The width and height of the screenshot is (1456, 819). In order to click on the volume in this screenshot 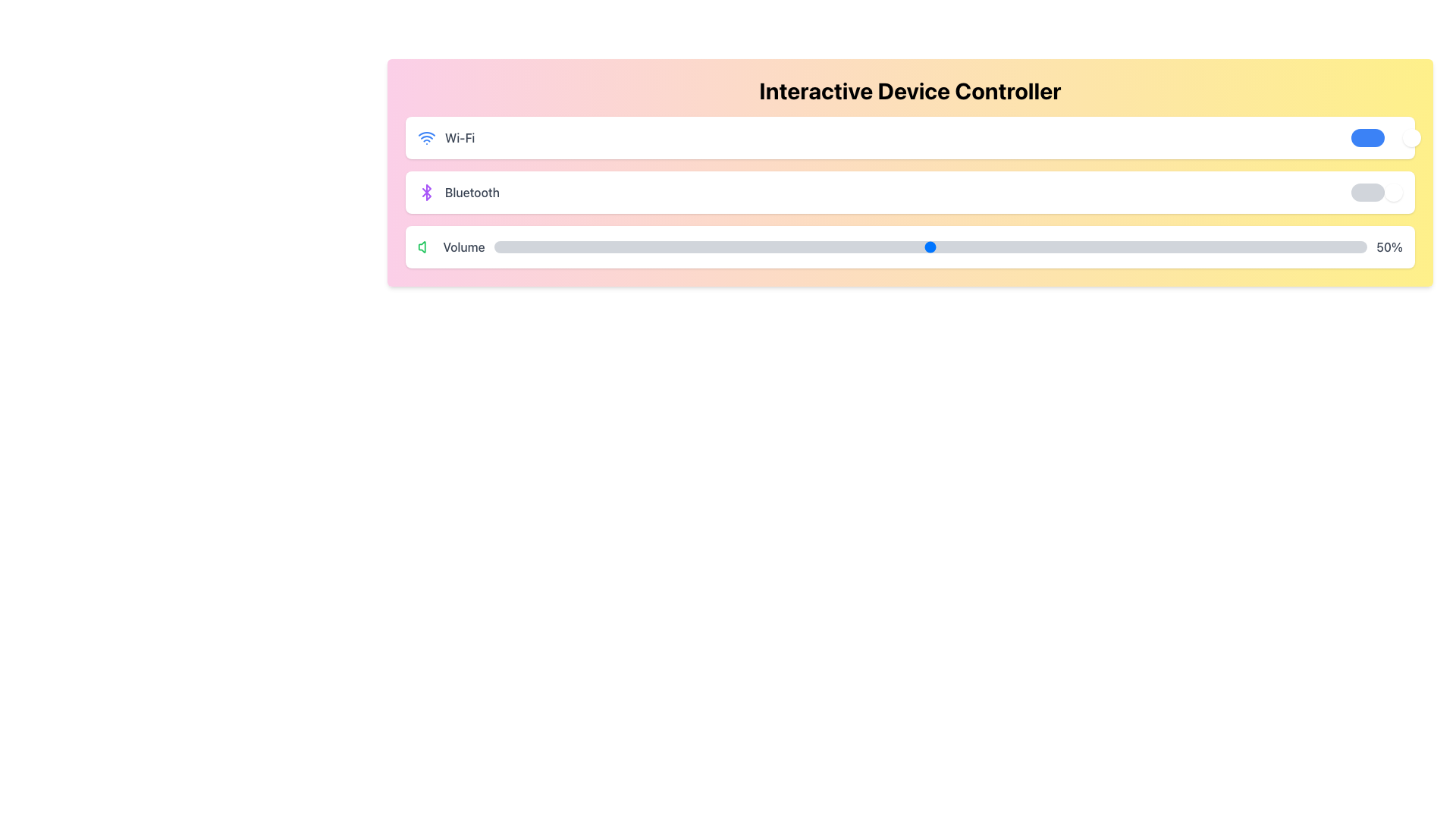, I will do `click(1305, 246)`.